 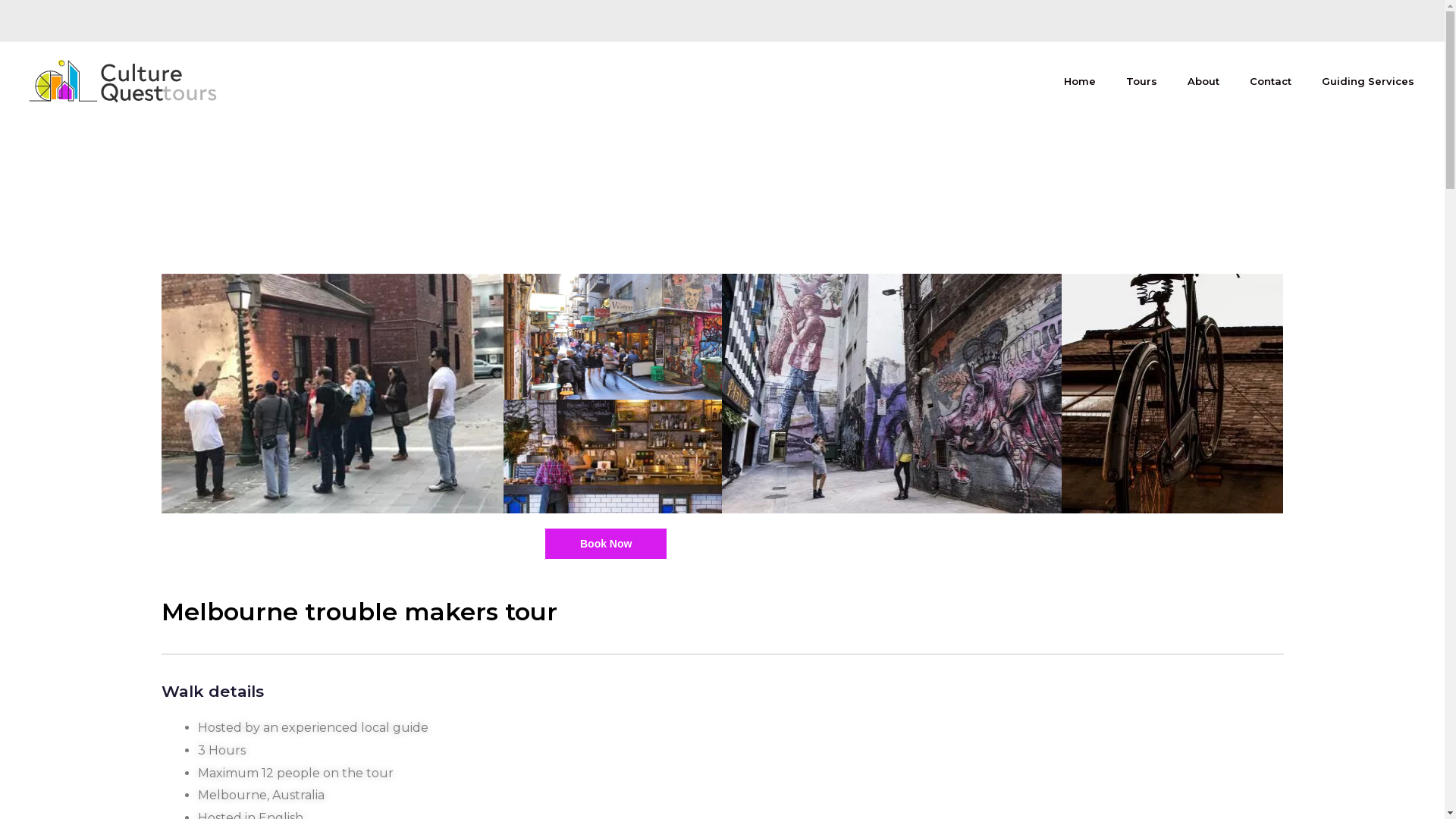 What do you see at coordinates (604, 543) in the screenshot?
I see `'Book Now'` at bounding box center [604, 543].